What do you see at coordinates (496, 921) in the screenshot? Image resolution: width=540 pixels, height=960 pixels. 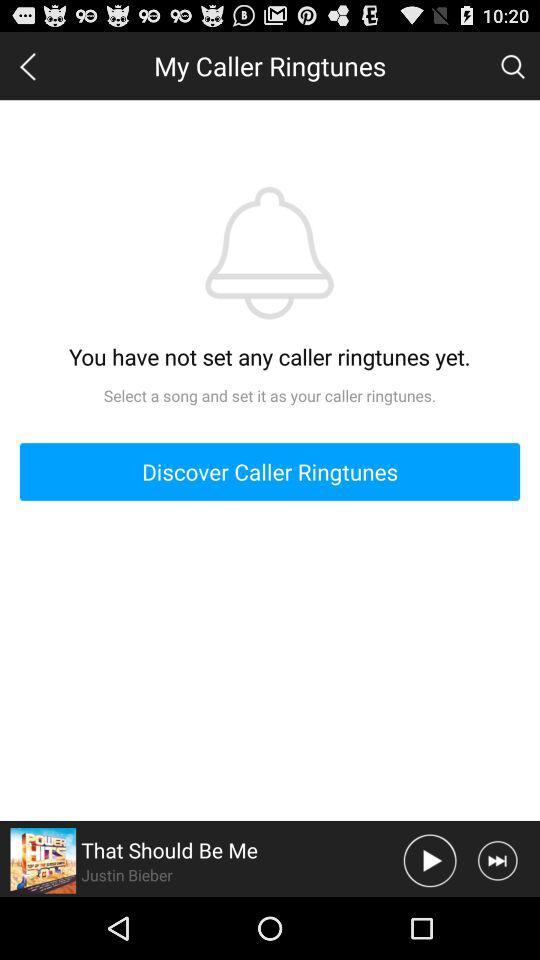 I see `the skip_next icon` at bounding box center [496, 921].